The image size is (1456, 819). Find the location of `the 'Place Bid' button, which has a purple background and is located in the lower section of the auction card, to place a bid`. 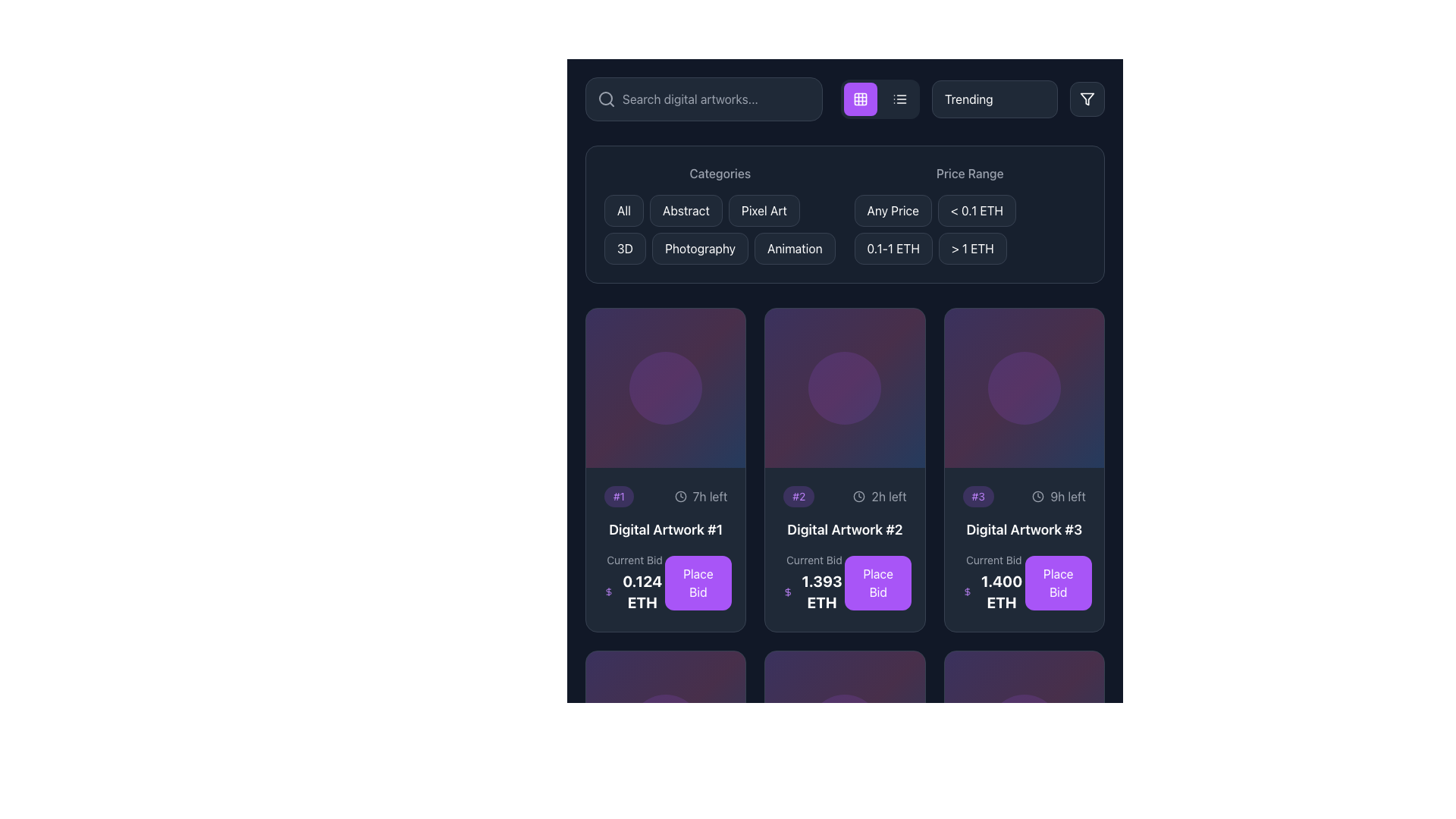

the 'Place Bid' button, which has a purple background and is located in the lower section of the auction card, to place a bid is located at coordinates (697, 582).